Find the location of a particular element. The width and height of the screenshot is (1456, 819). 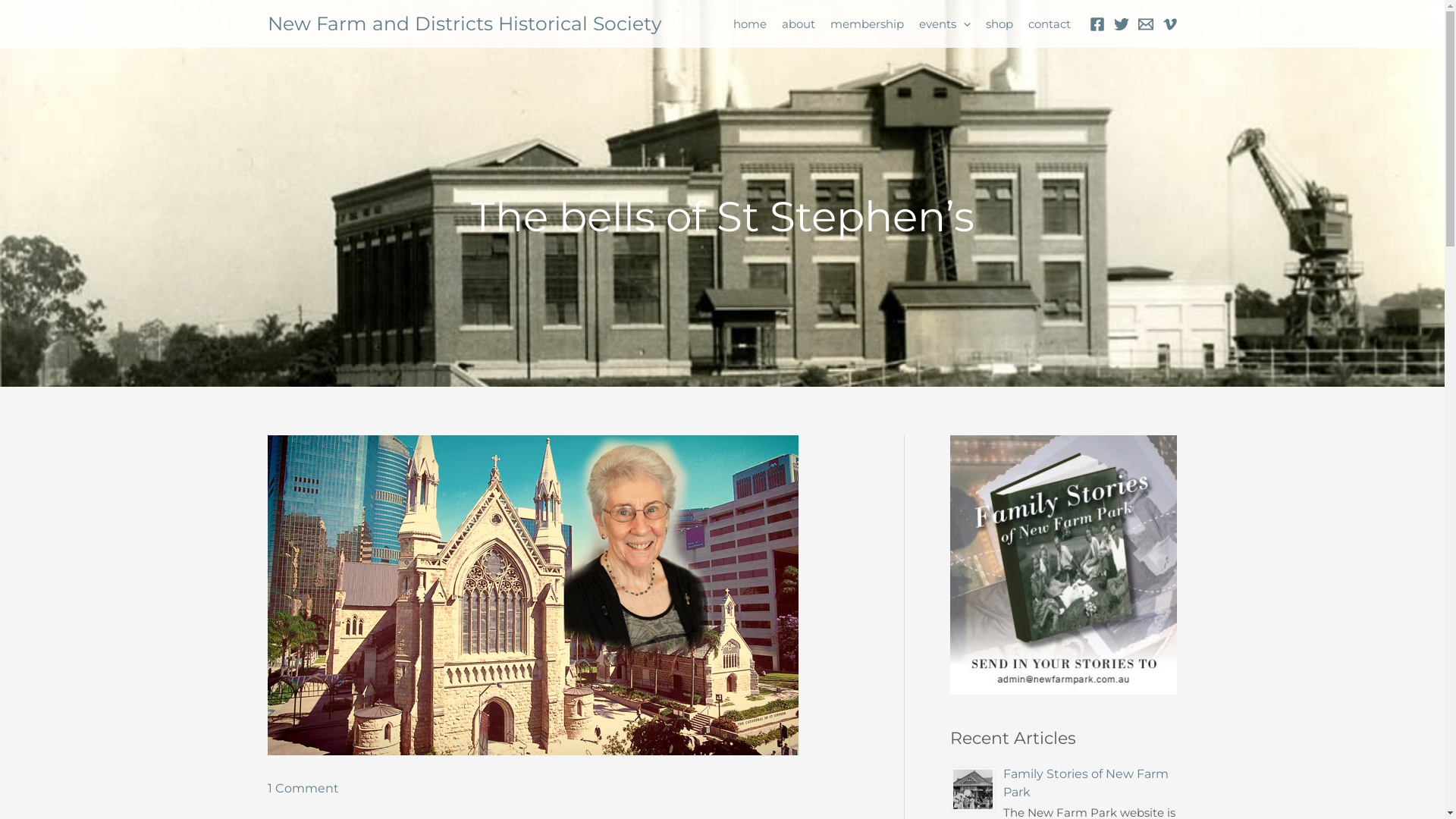

'New Farm and Districts Historical Society' is located at coordinates (463, 23).